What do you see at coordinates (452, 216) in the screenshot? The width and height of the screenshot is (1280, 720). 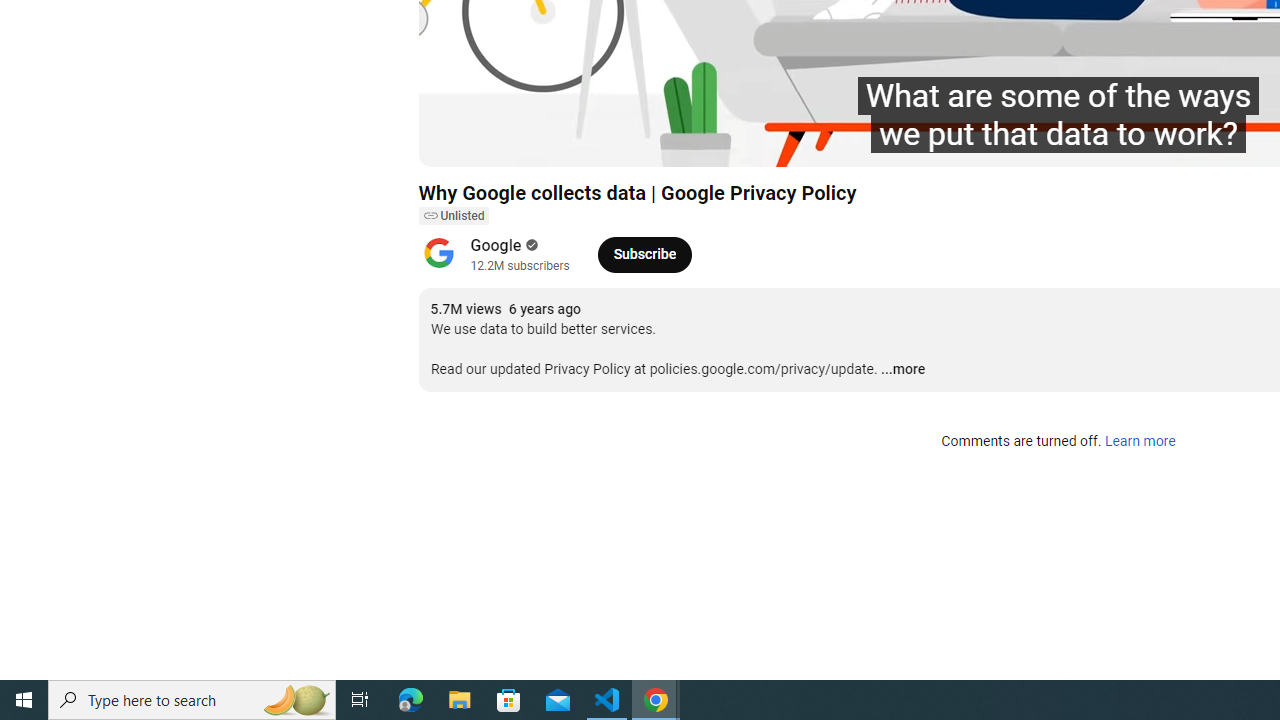 I see `'Unlisted'` at bounding box center [452, 216].